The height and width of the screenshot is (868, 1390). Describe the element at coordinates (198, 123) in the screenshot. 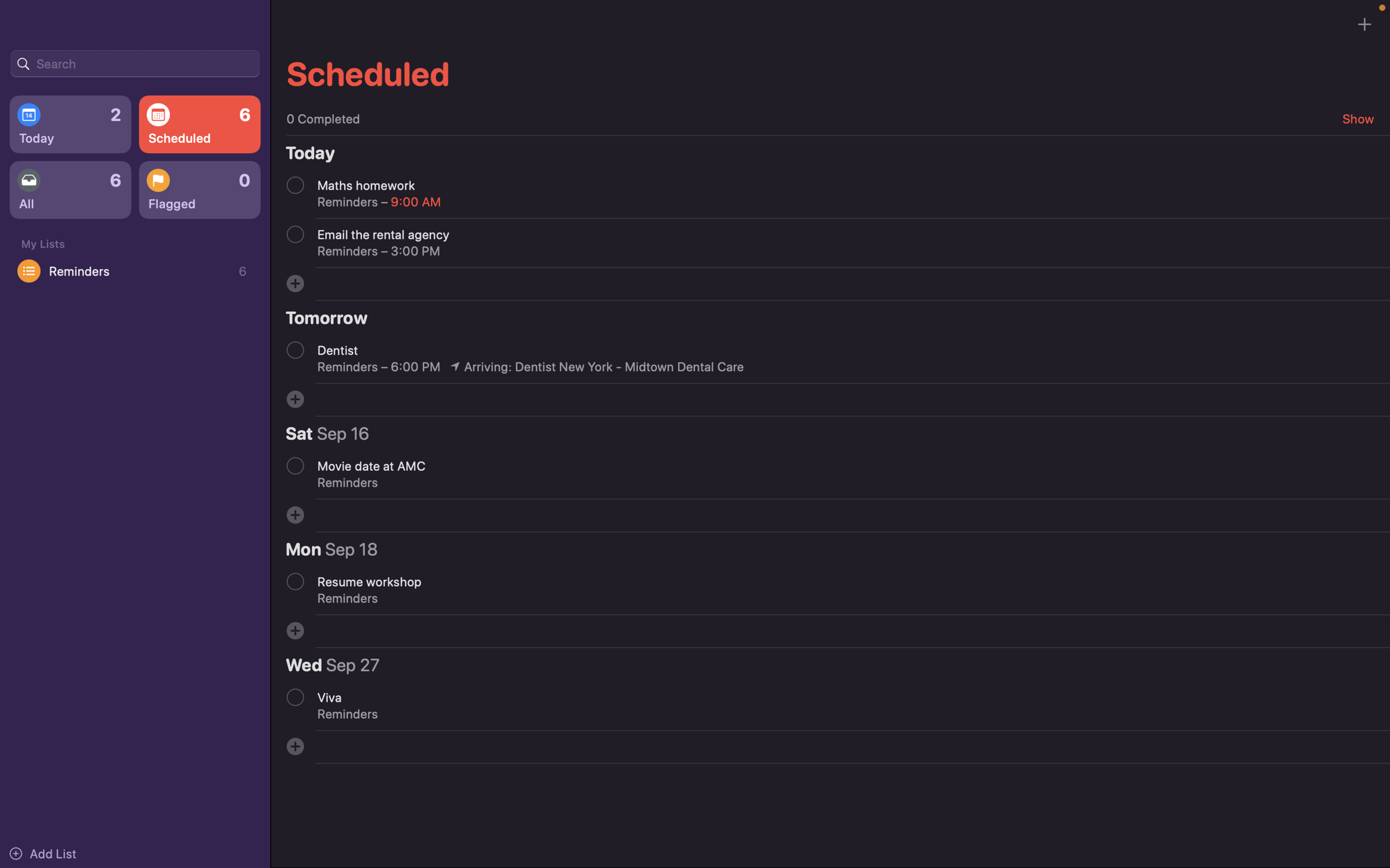

I see `all upcoming scheduled events` at that location.